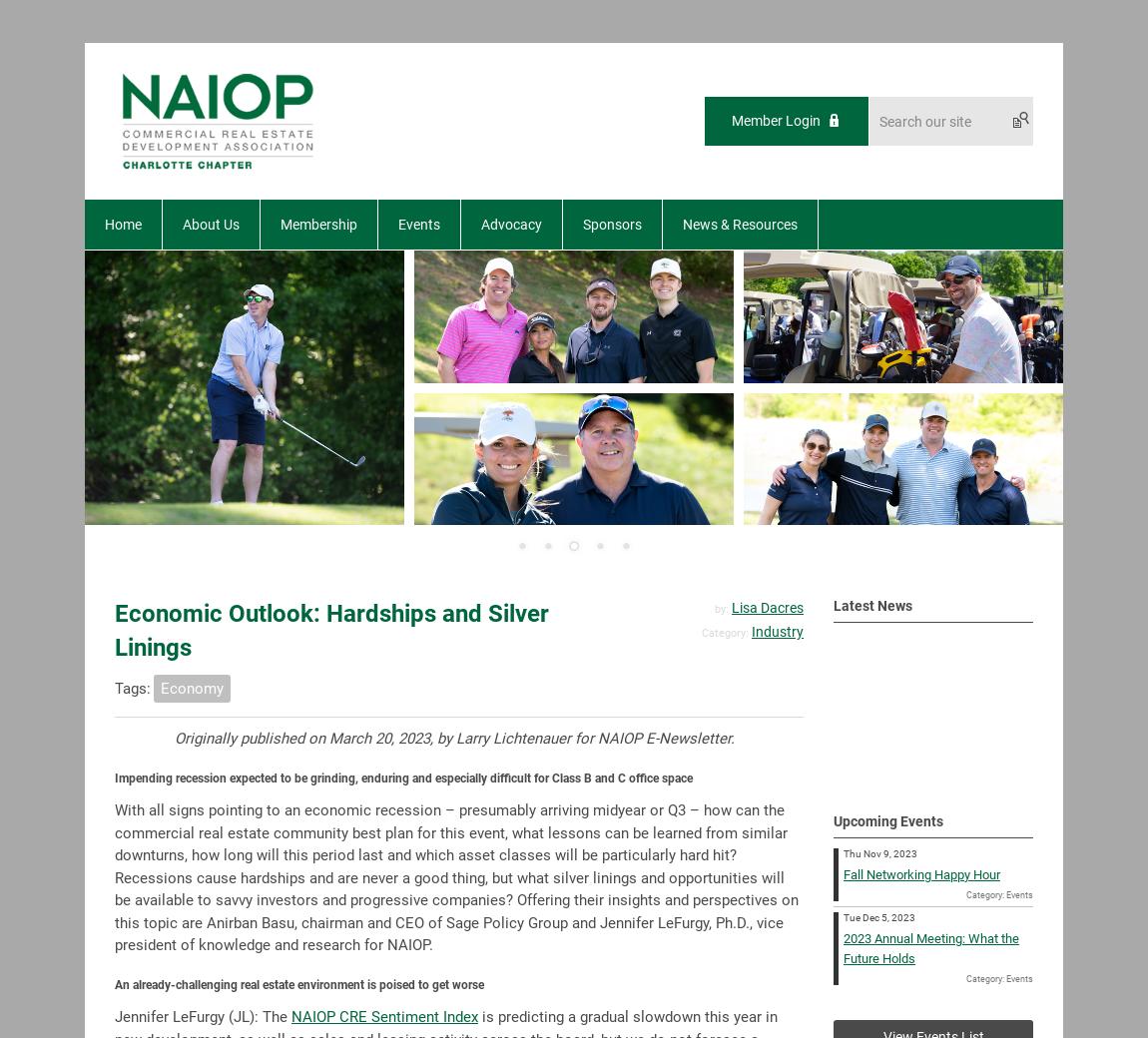 The image size is (1148, 1038). I want to click on 'Category:', so click(700, 632).